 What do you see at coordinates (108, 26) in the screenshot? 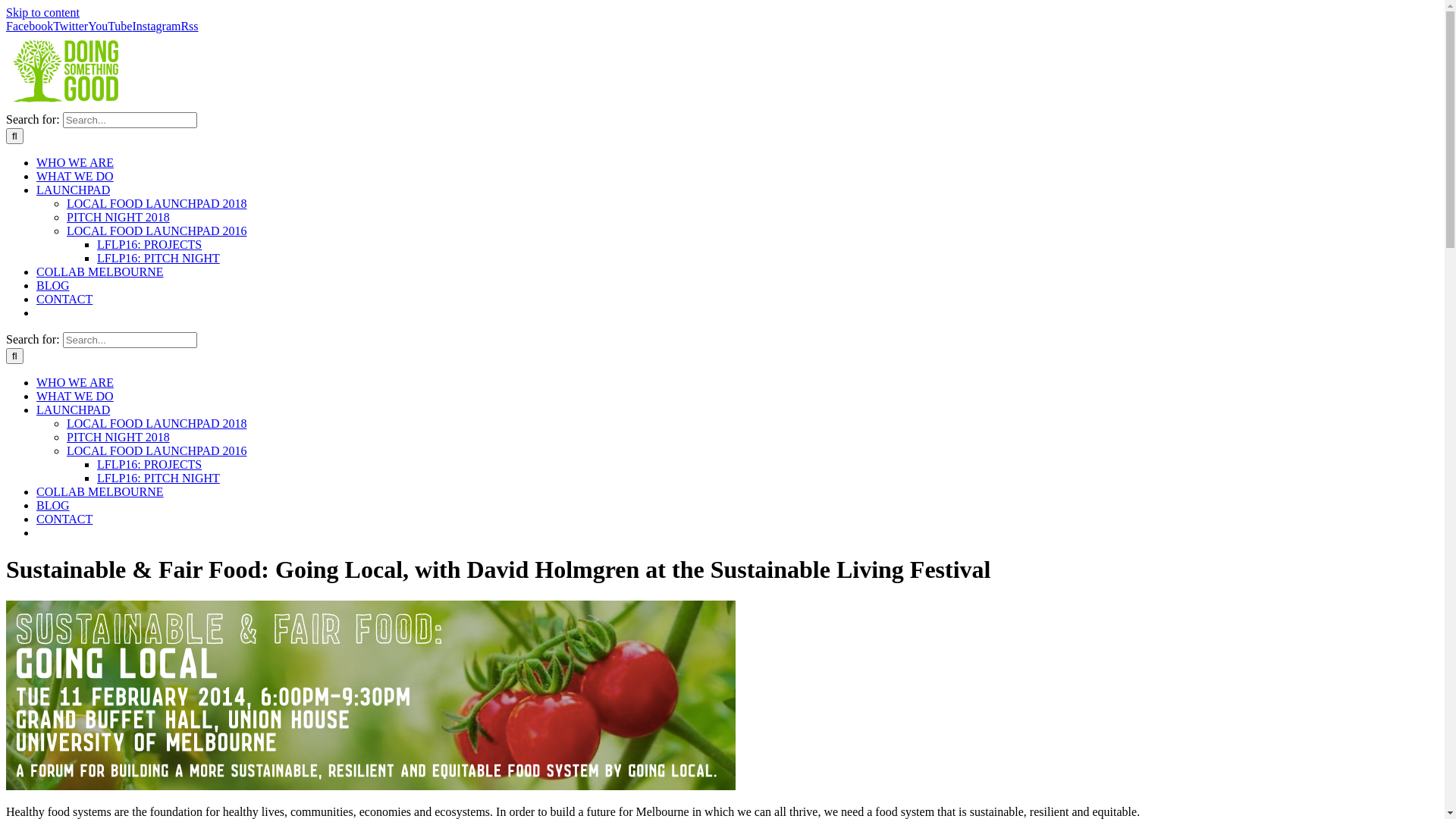
I see `'YouTube'` at bounding box center [108, 26].